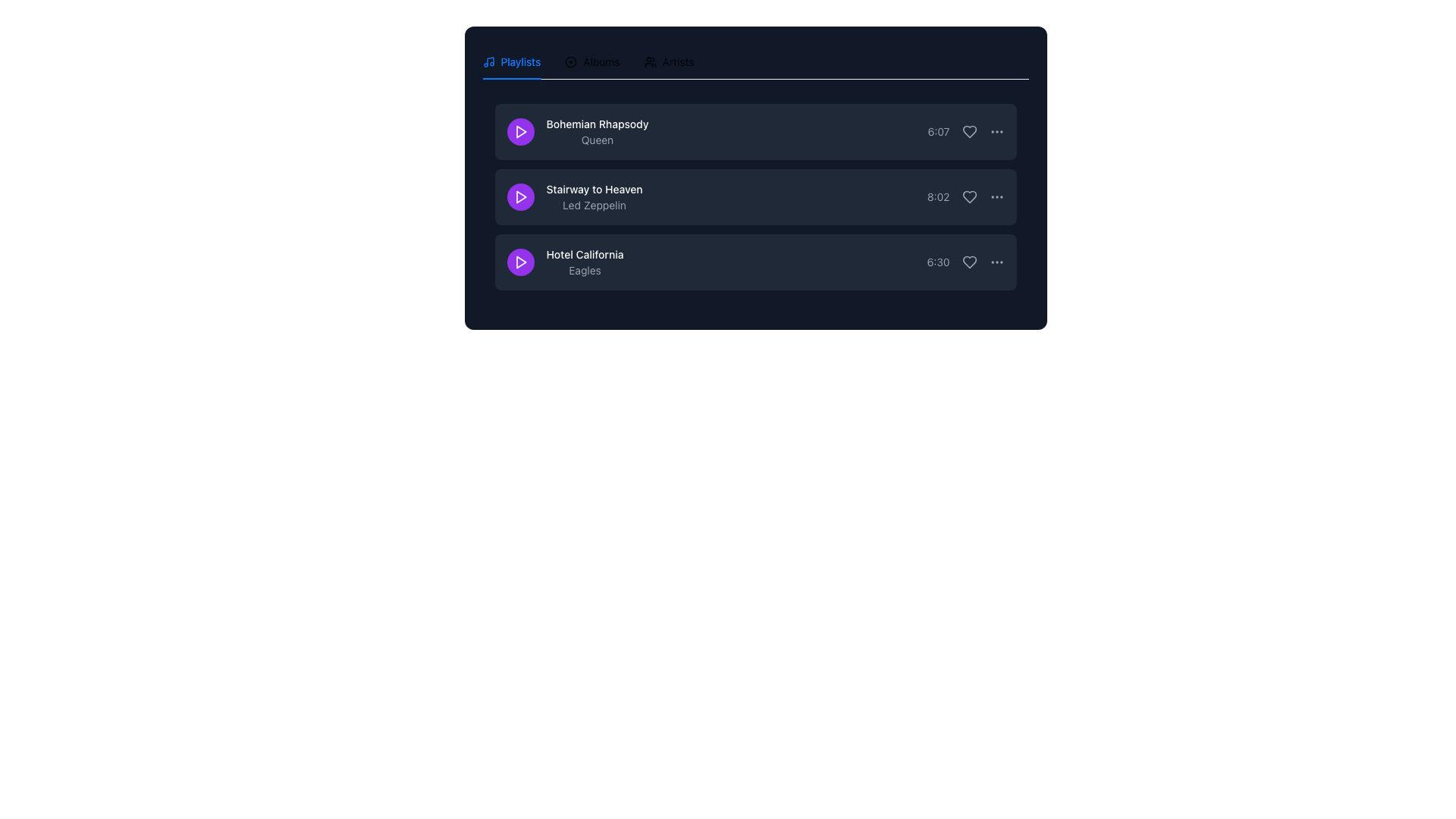 The image size is (1456, 819). Describe the element at coordinates (968, 262) in the screenshot. I see `the heart-shaped outline icon, which is gray and changes to purple on hover, located to the right of the song duration '6:30' in the third row of the song list` at that location.